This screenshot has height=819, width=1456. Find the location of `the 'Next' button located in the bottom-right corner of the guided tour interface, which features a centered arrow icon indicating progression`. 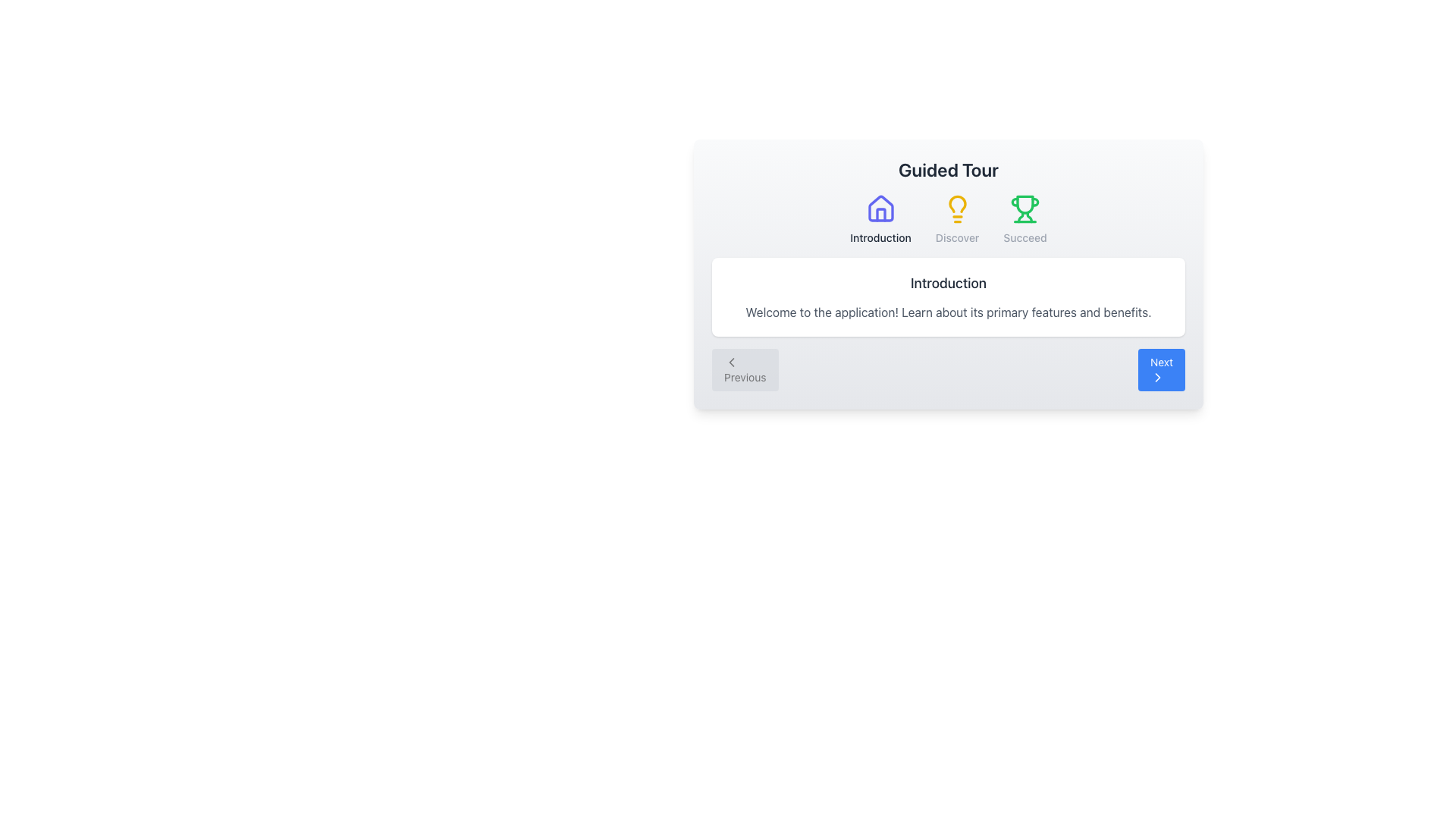

the 'Next' button located in the bottom-right corner of the guided tour interface, which features a centered arrow icon indicating progression is located at coordinates (1156, 376).